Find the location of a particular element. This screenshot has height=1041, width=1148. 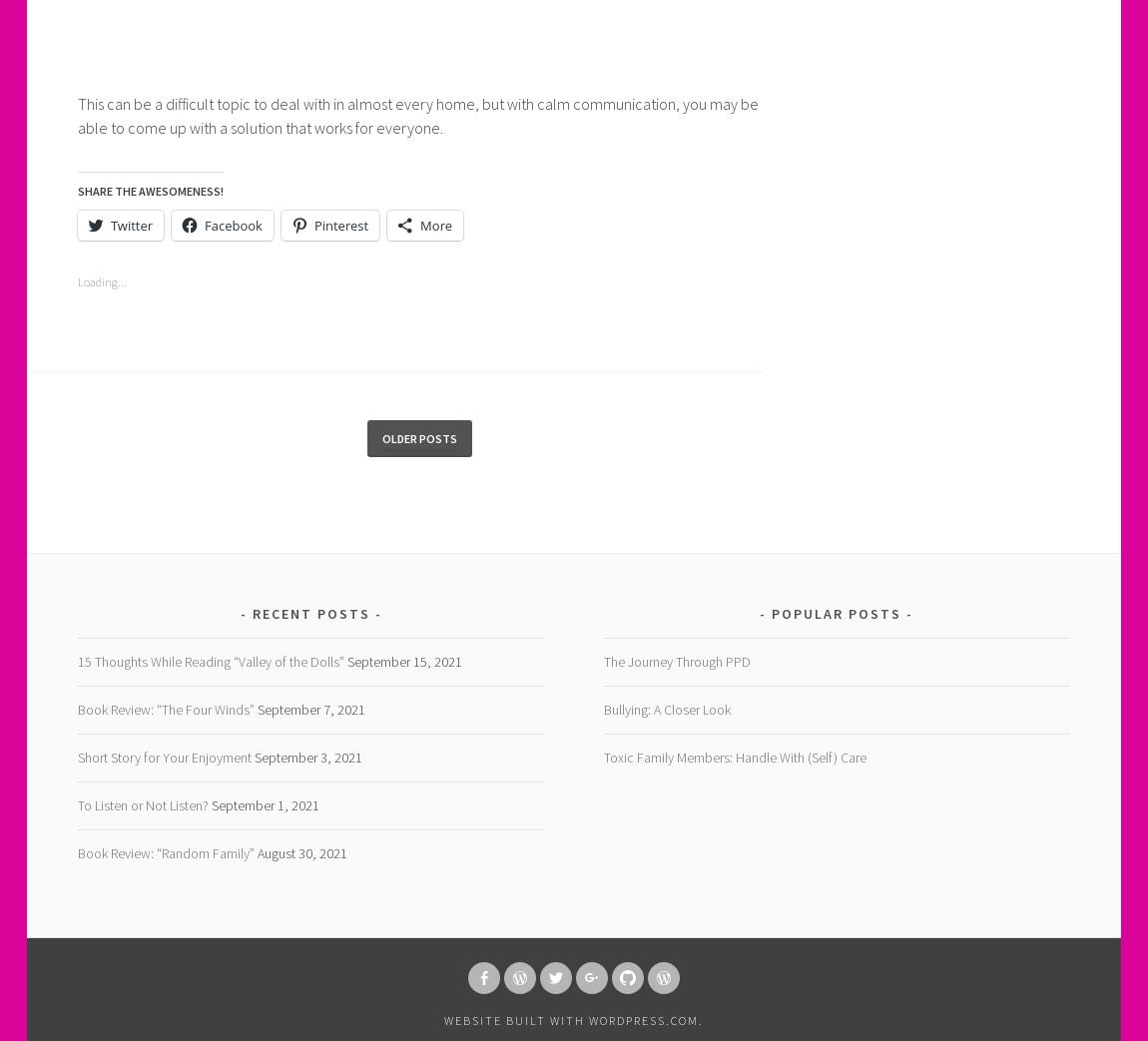

'The Journey Through PPD' is located at coordinates (675, 661).